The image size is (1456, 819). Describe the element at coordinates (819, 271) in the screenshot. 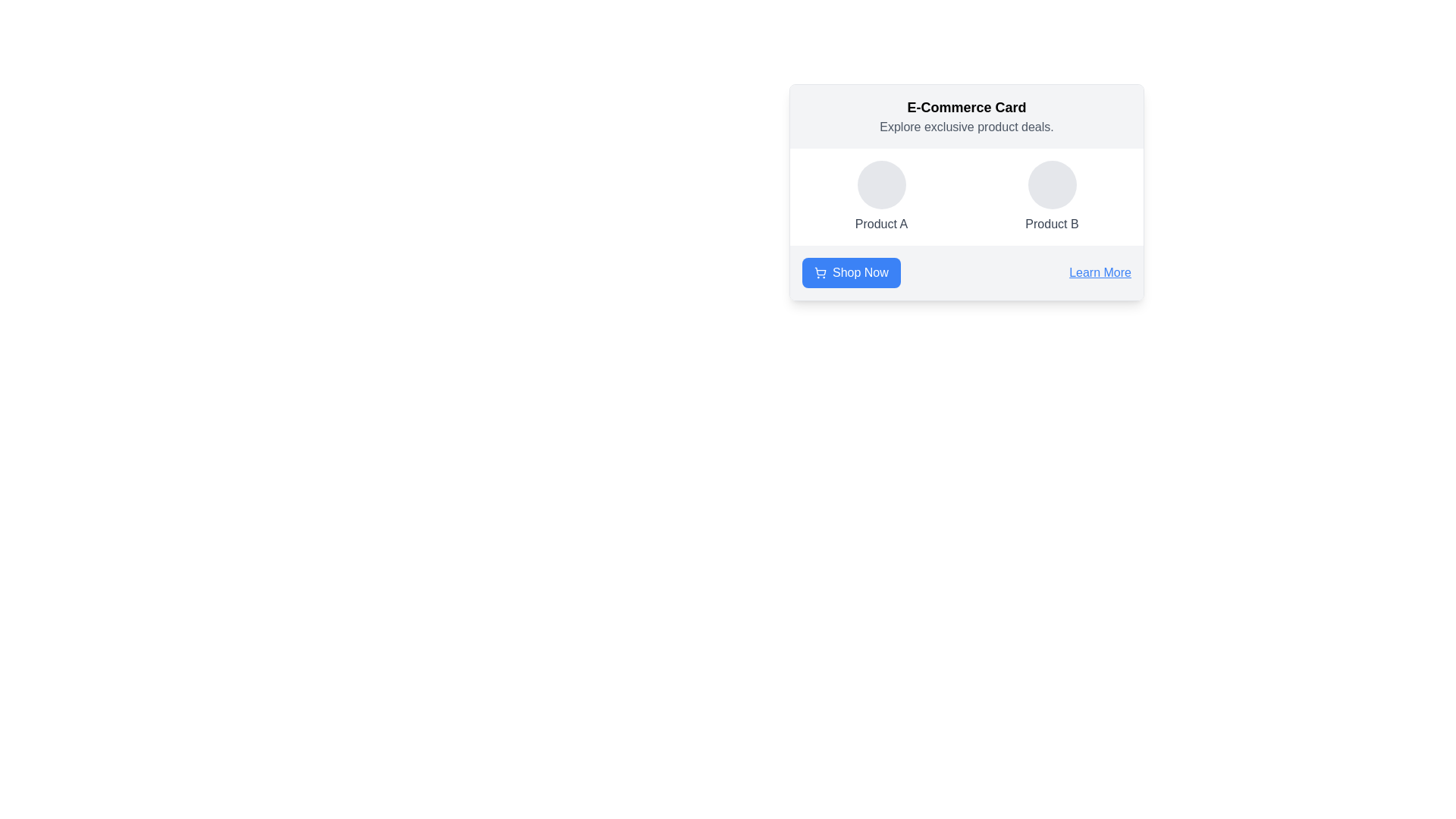

I see `the small shopping cart icon located within the blue 'Shop Now' button to interact with it` at that location.